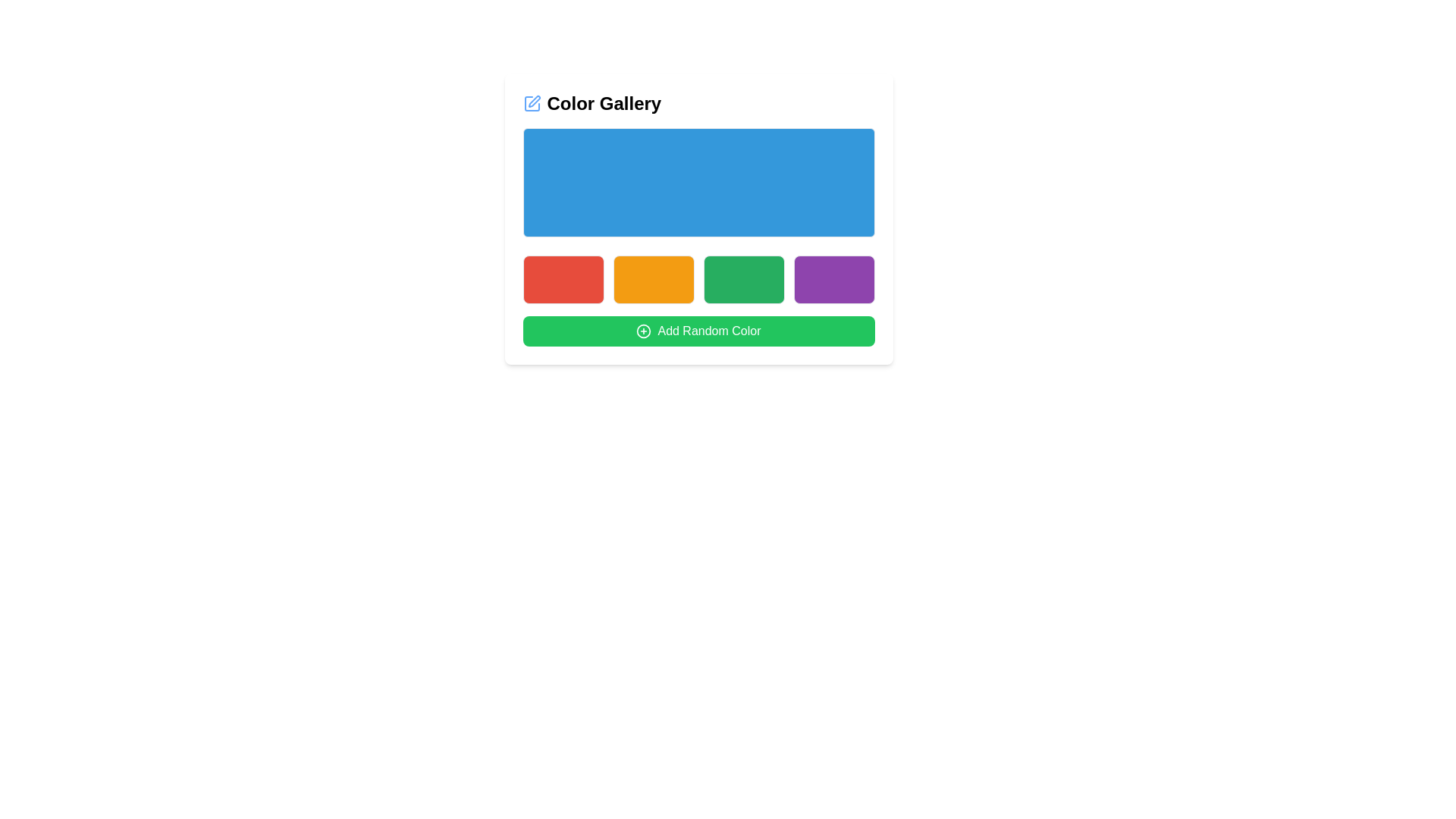  What do you see at coordinates (743, 280) in the screenshot?
I see `the intense green button located in the lower central part of the grid layout, which is the third item in a row of four elements` at bounding box center [743, 280].